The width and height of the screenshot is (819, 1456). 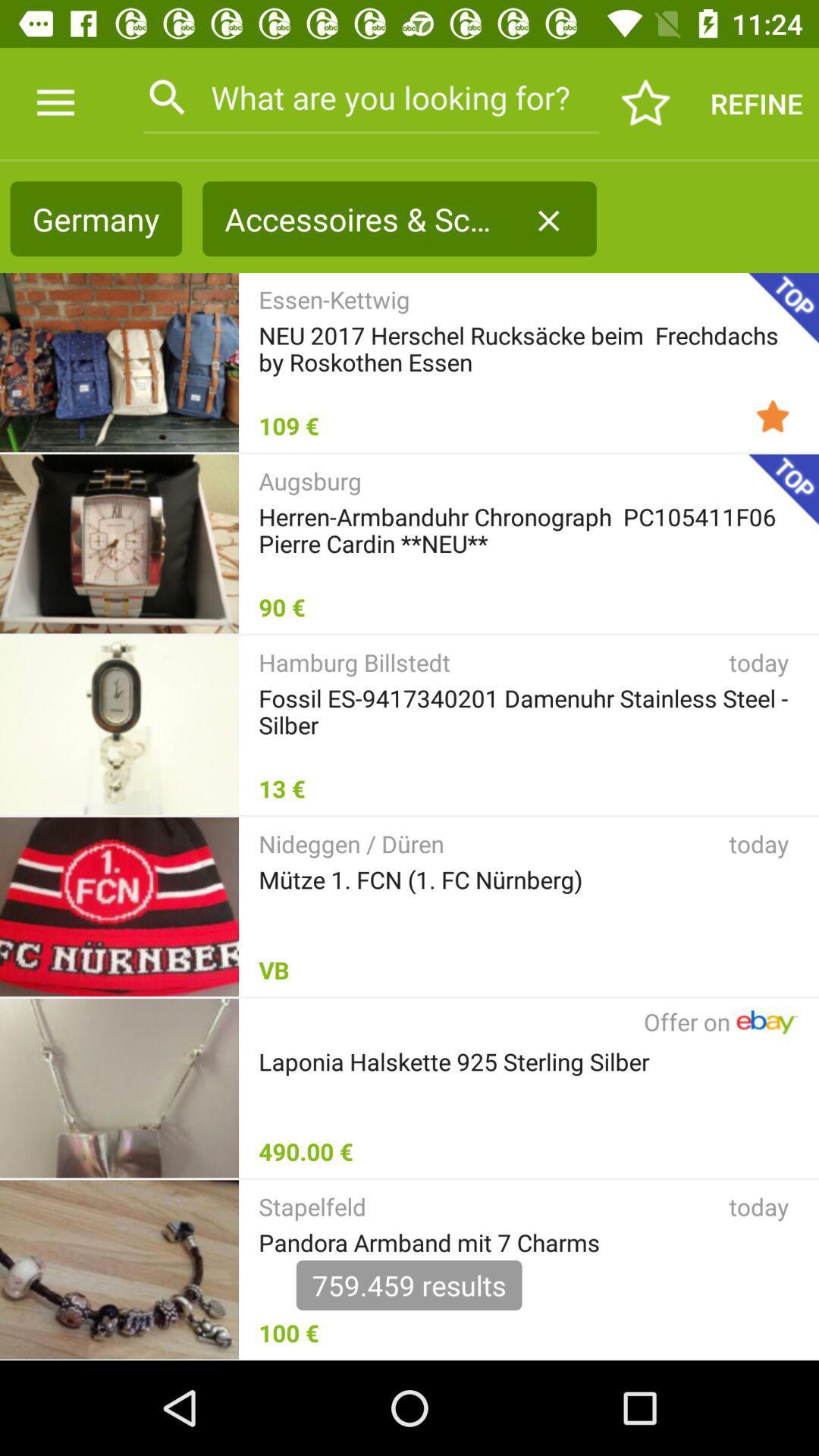 What do you see at coordinates (646, 102) in the screenshot?
I see `item next to the what are you icon` at bounding box center [646, 102].